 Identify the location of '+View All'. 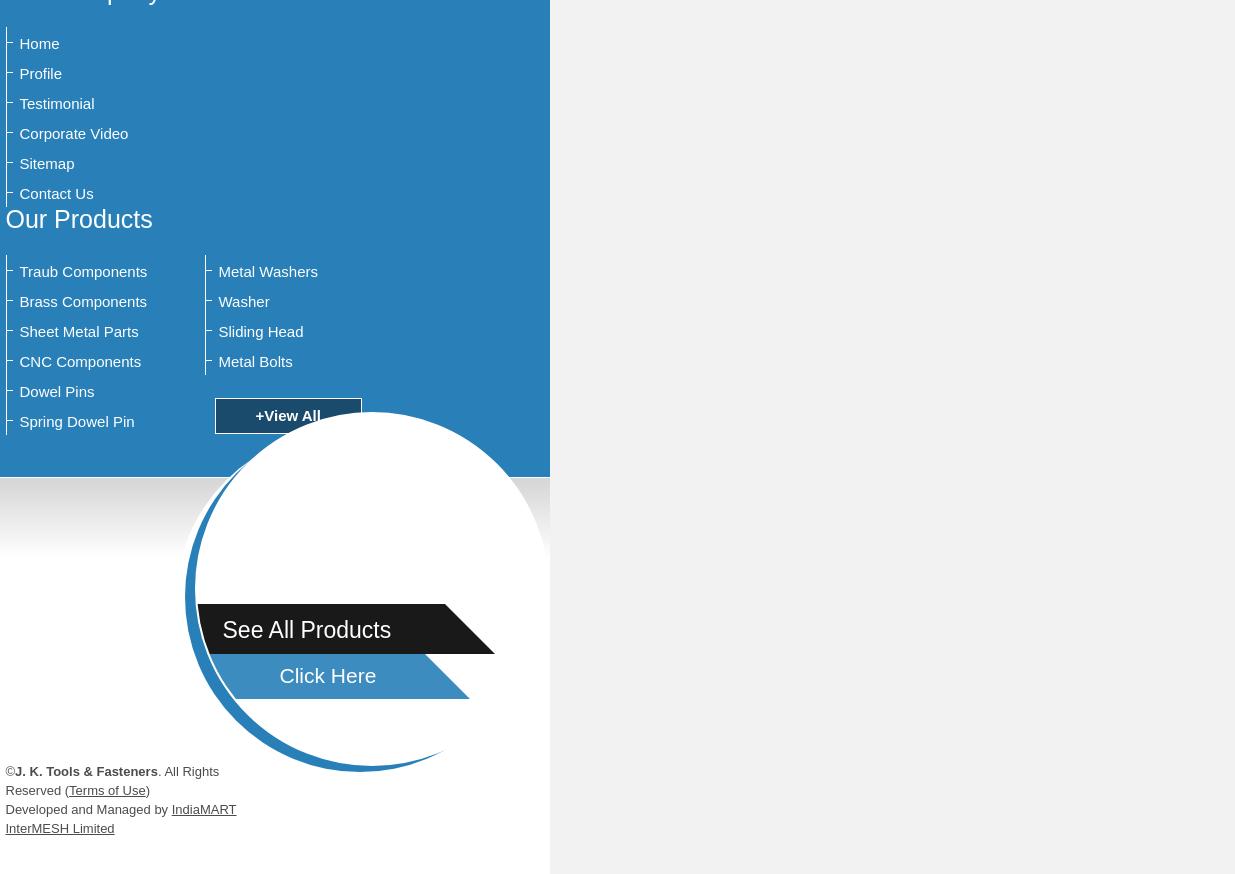
(287, 415).